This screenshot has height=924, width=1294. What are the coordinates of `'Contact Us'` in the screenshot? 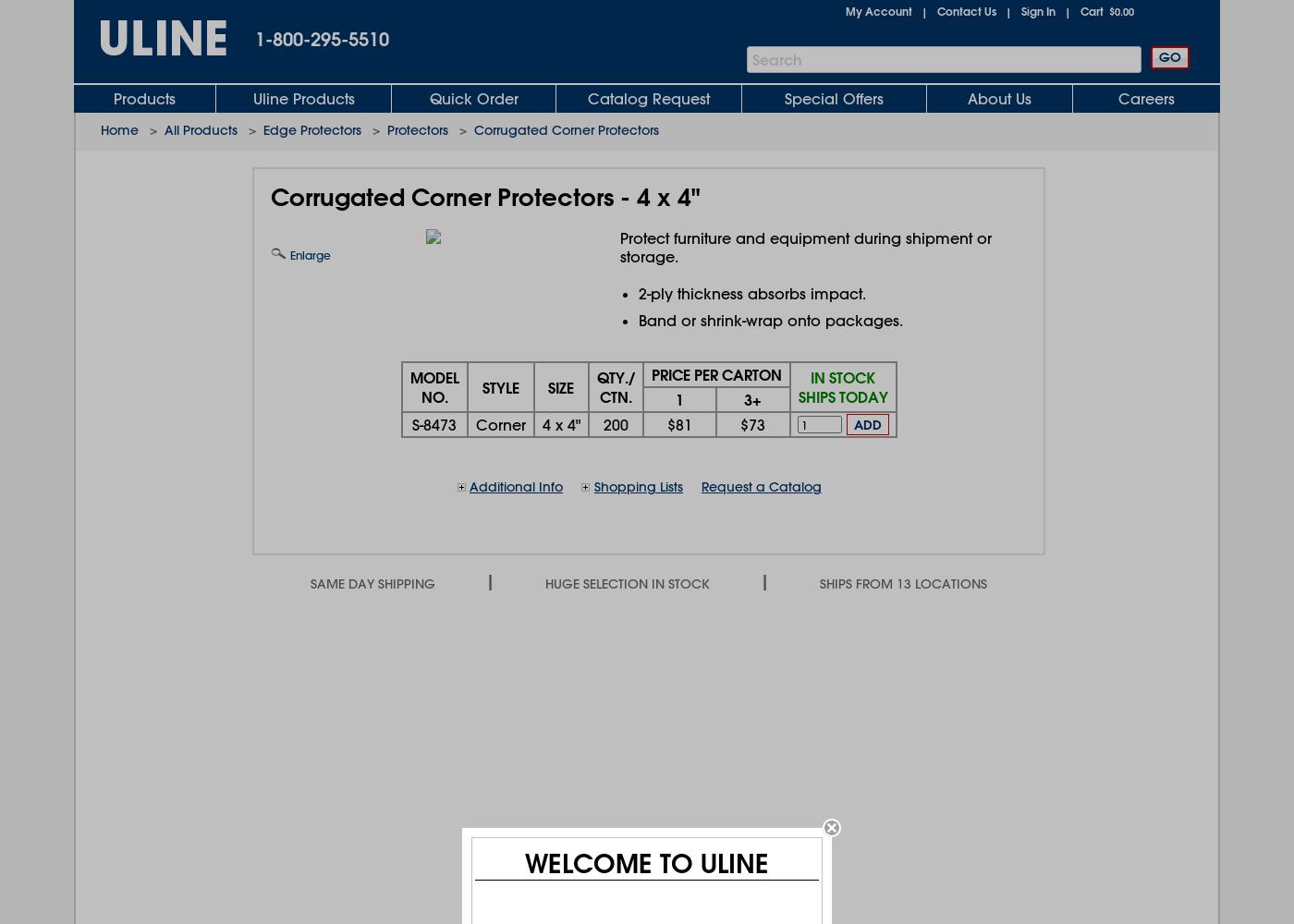 It's located at (966, 11).